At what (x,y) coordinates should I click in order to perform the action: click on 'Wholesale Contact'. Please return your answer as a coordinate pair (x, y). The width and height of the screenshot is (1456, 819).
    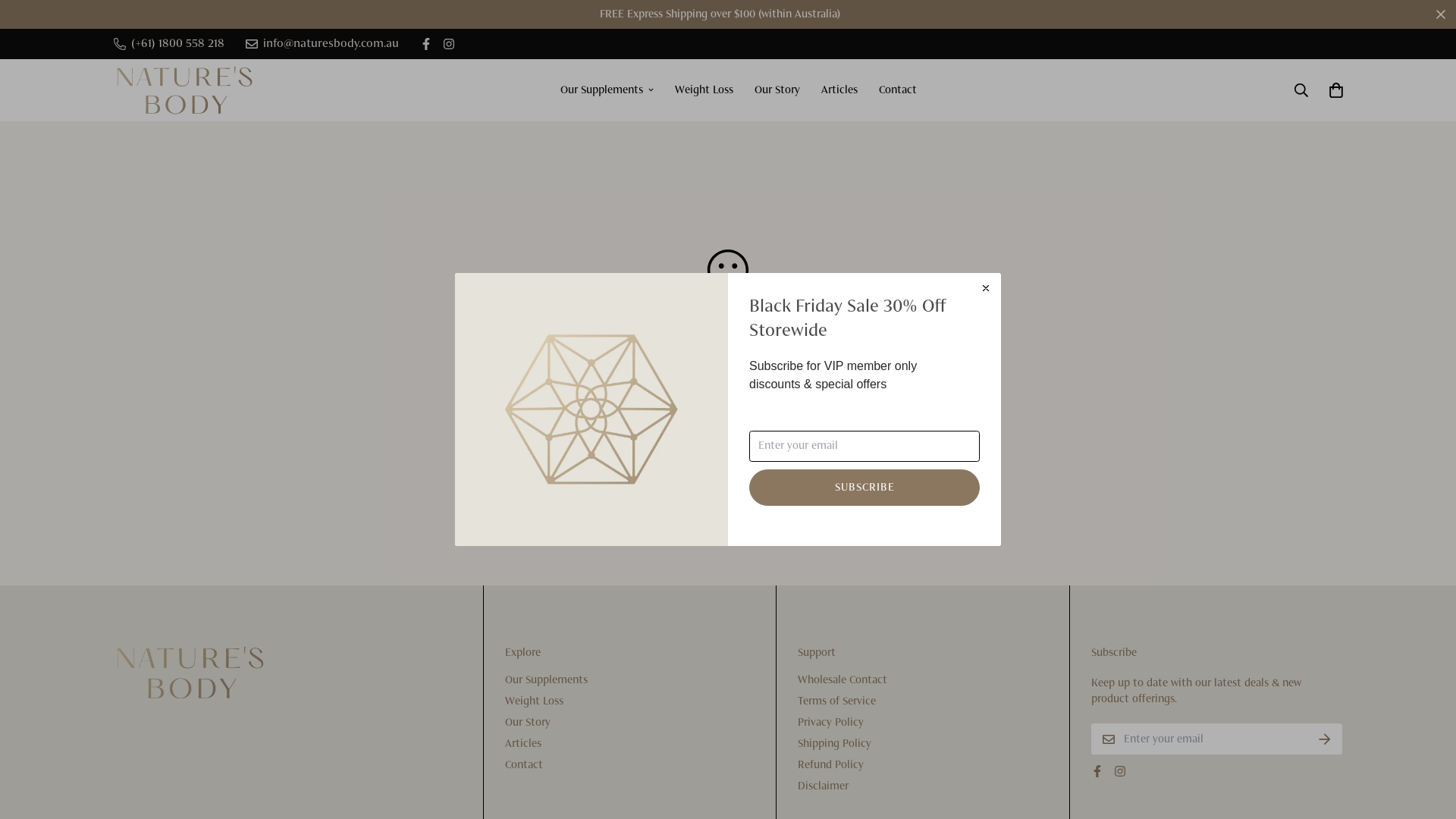
    Looking at the image, I should click on (841, 679).